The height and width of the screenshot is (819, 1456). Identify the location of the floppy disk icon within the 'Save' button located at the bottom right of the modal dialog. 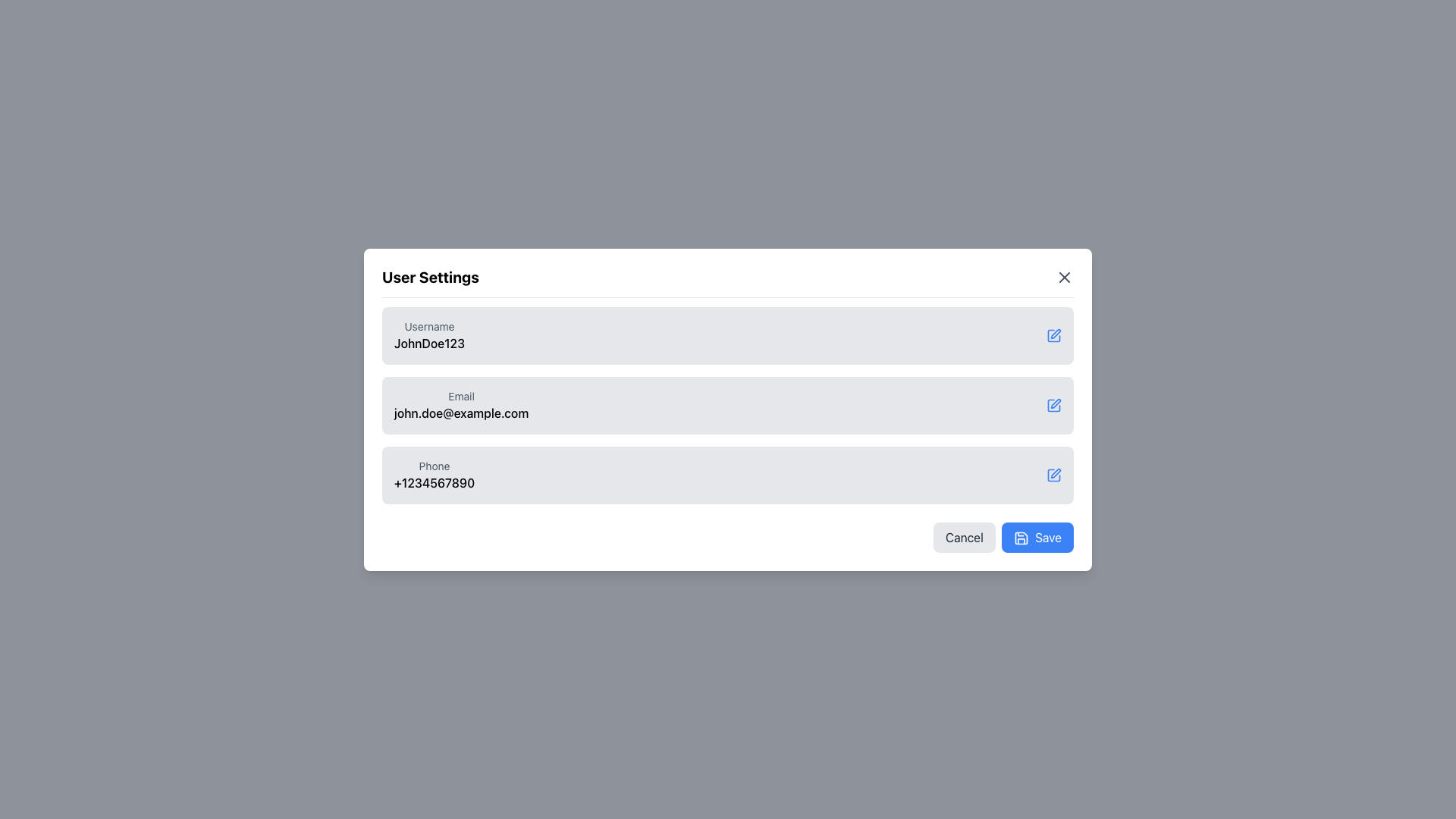
(1021, 538).